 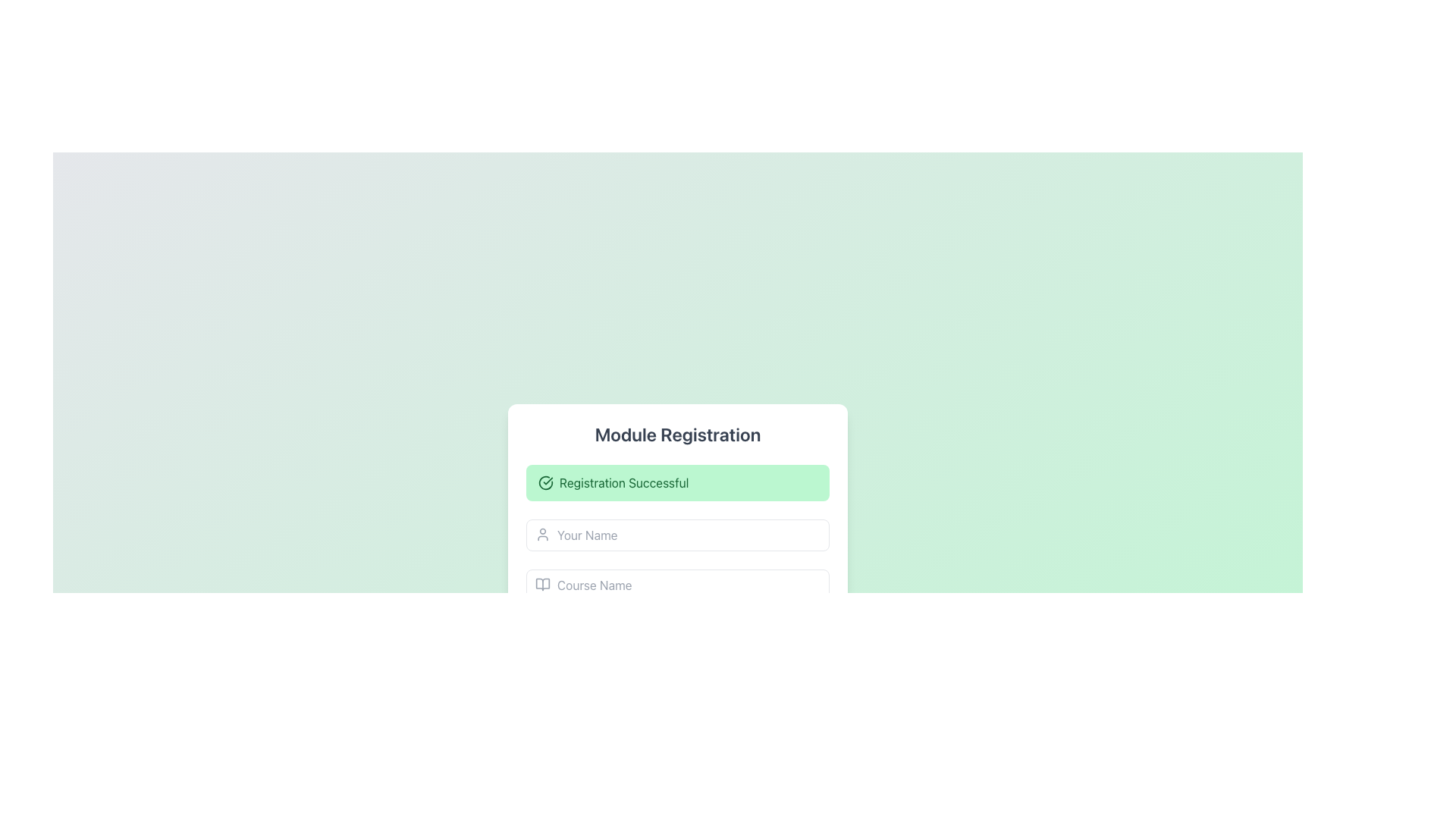 What do you see at coordinates (546, 482) in the screenshot?
I see `the circular graphic part of the confirmation checkmark icon located near the top of the green success message box below the 'Module Registration' title` at bounding box center [546, 482].